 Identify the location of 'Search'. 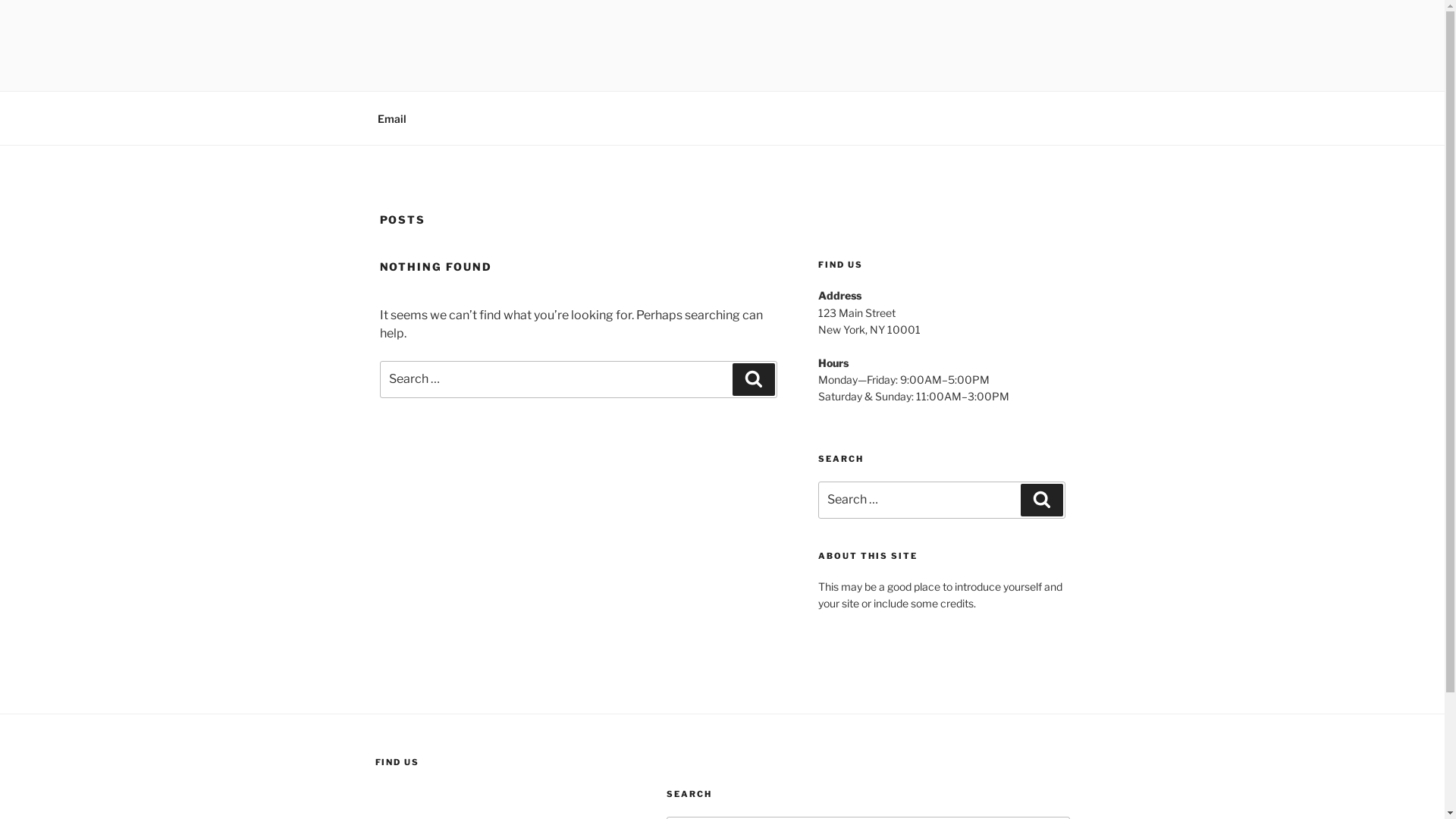
(753, 378).